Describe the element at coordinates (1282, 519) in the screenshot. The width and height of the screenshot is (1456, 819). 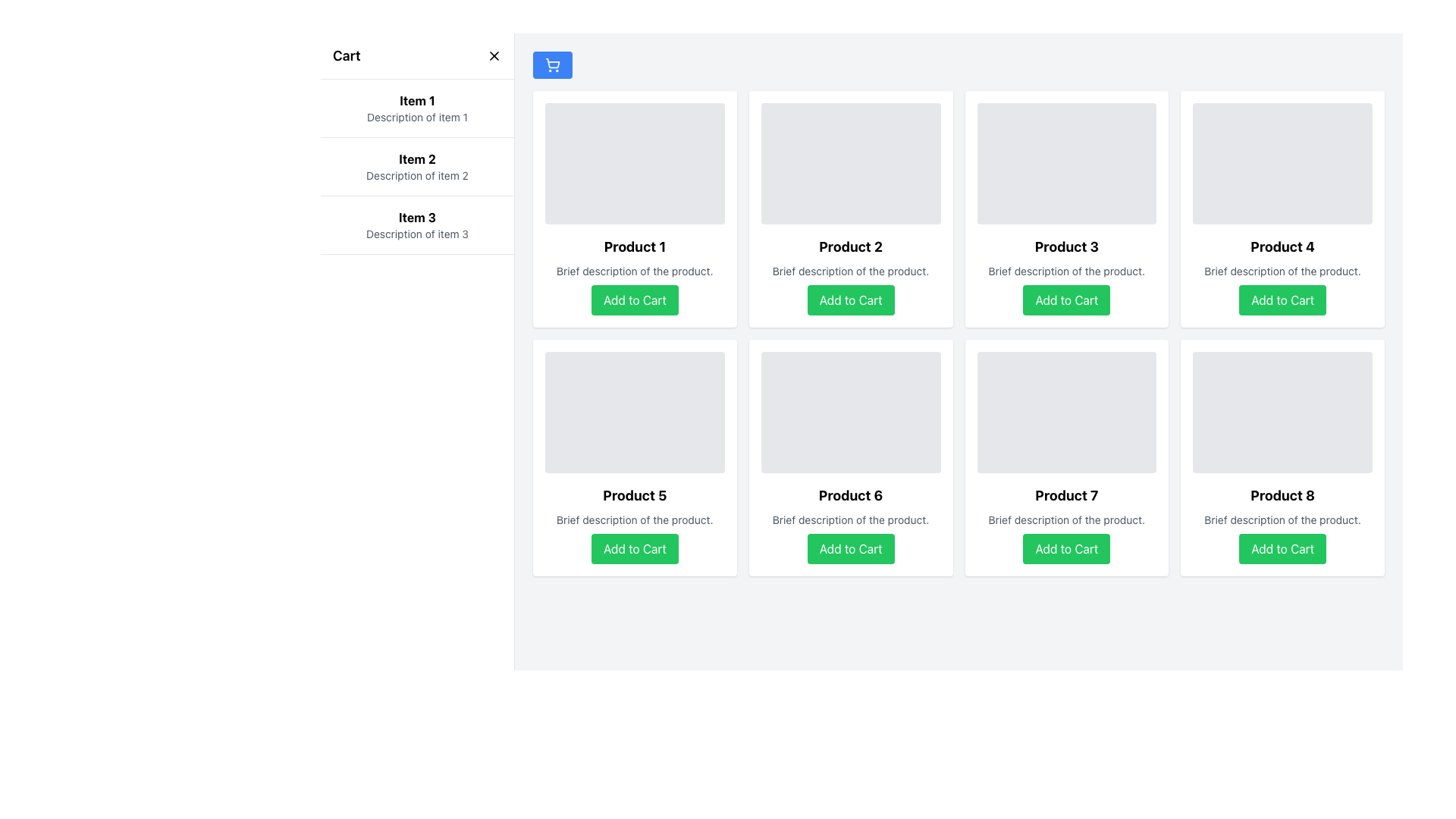
I see `the text label saying 'Brief description of the product.' which is located beneath the title 'Product 8' in the eighth product card` at that location.